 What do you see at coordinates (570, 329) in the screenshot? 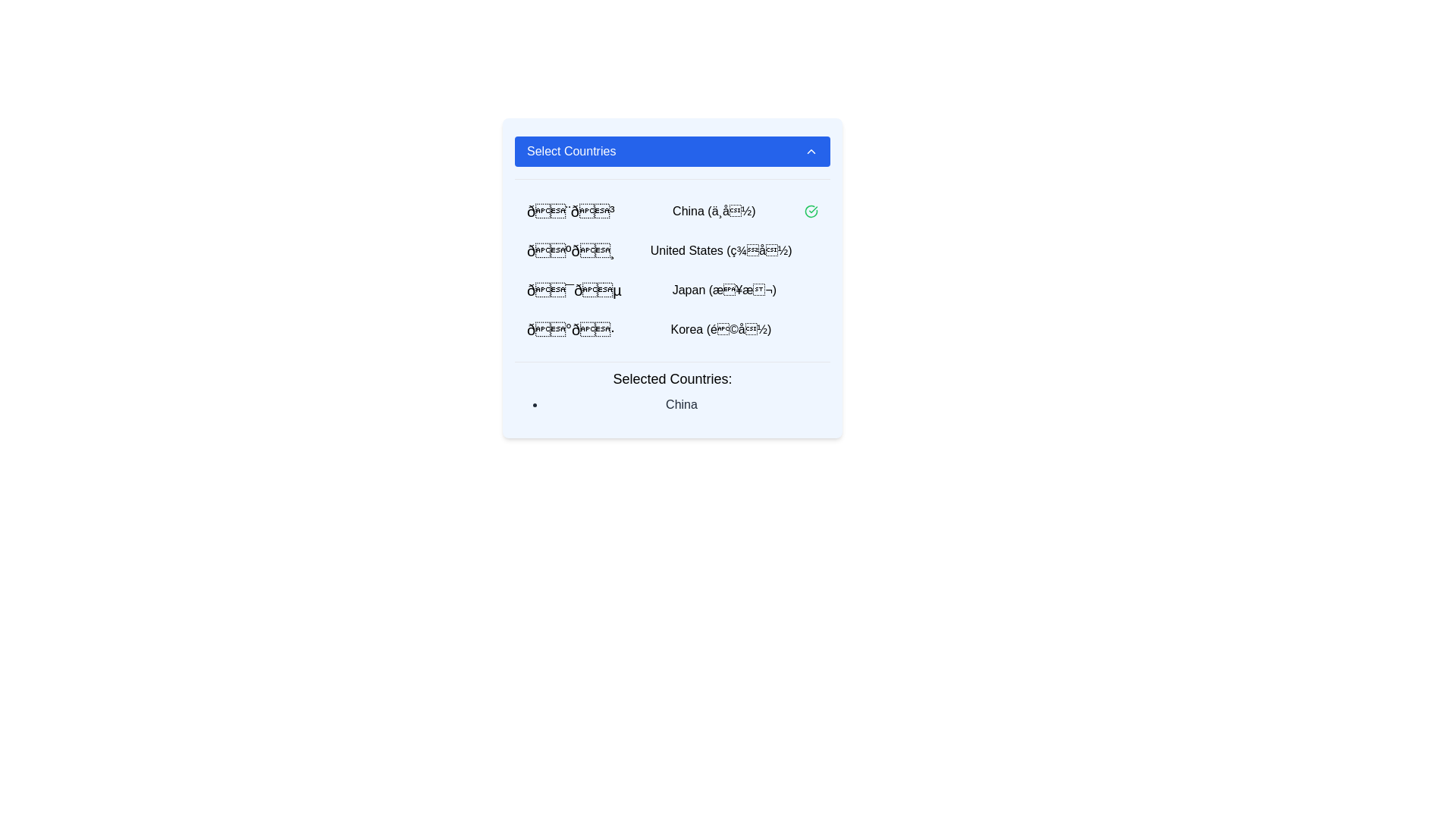
I see `the text label representing the flag of Korea, which is positioned in the top-right section of the dropdown menu item for 'Select Countries'` at bounding box center [570, 329].